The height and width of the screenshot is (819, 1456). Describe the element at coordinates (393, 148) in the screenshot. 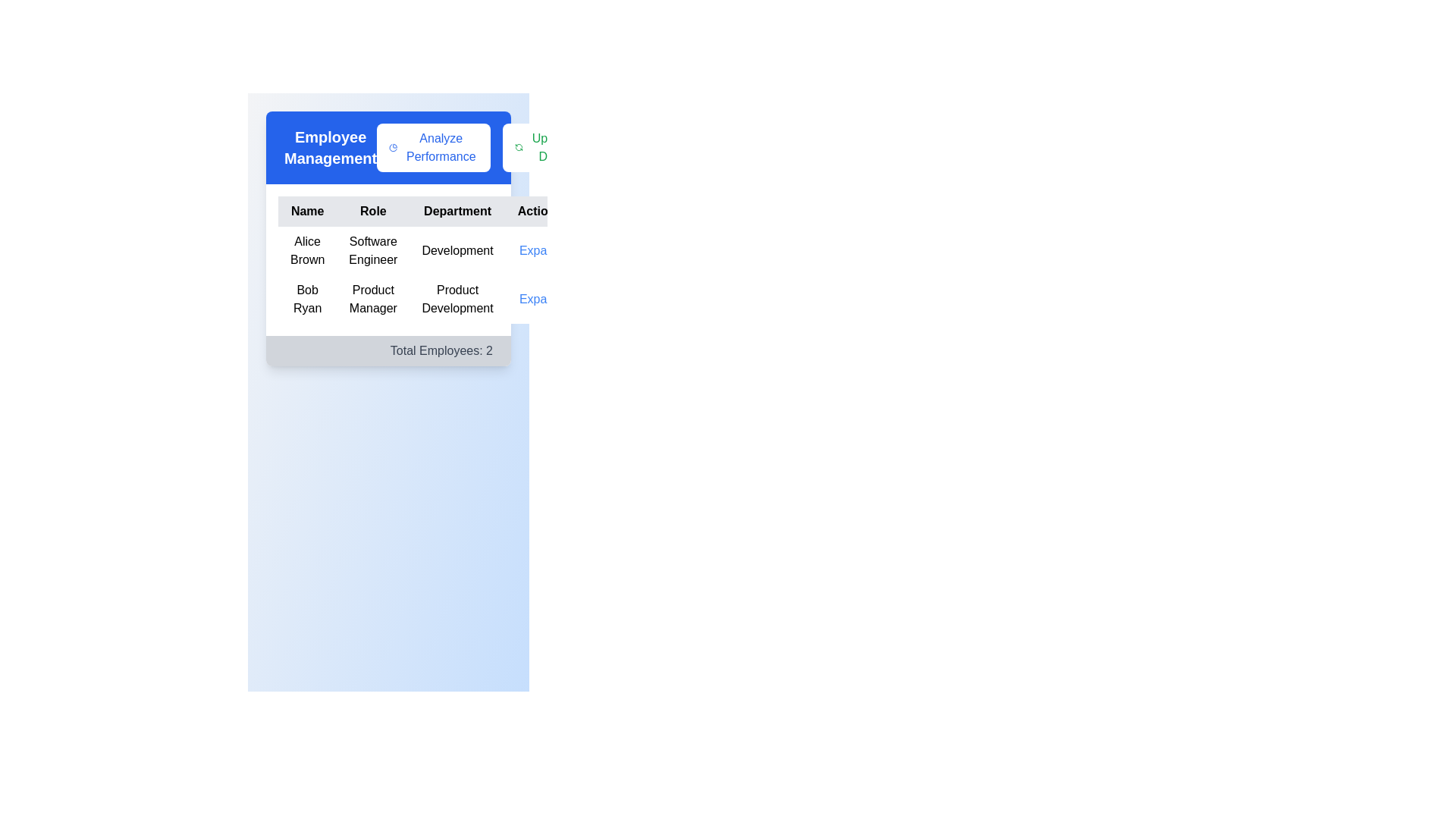

I see `the 'Analyze Performance' button` at that location.